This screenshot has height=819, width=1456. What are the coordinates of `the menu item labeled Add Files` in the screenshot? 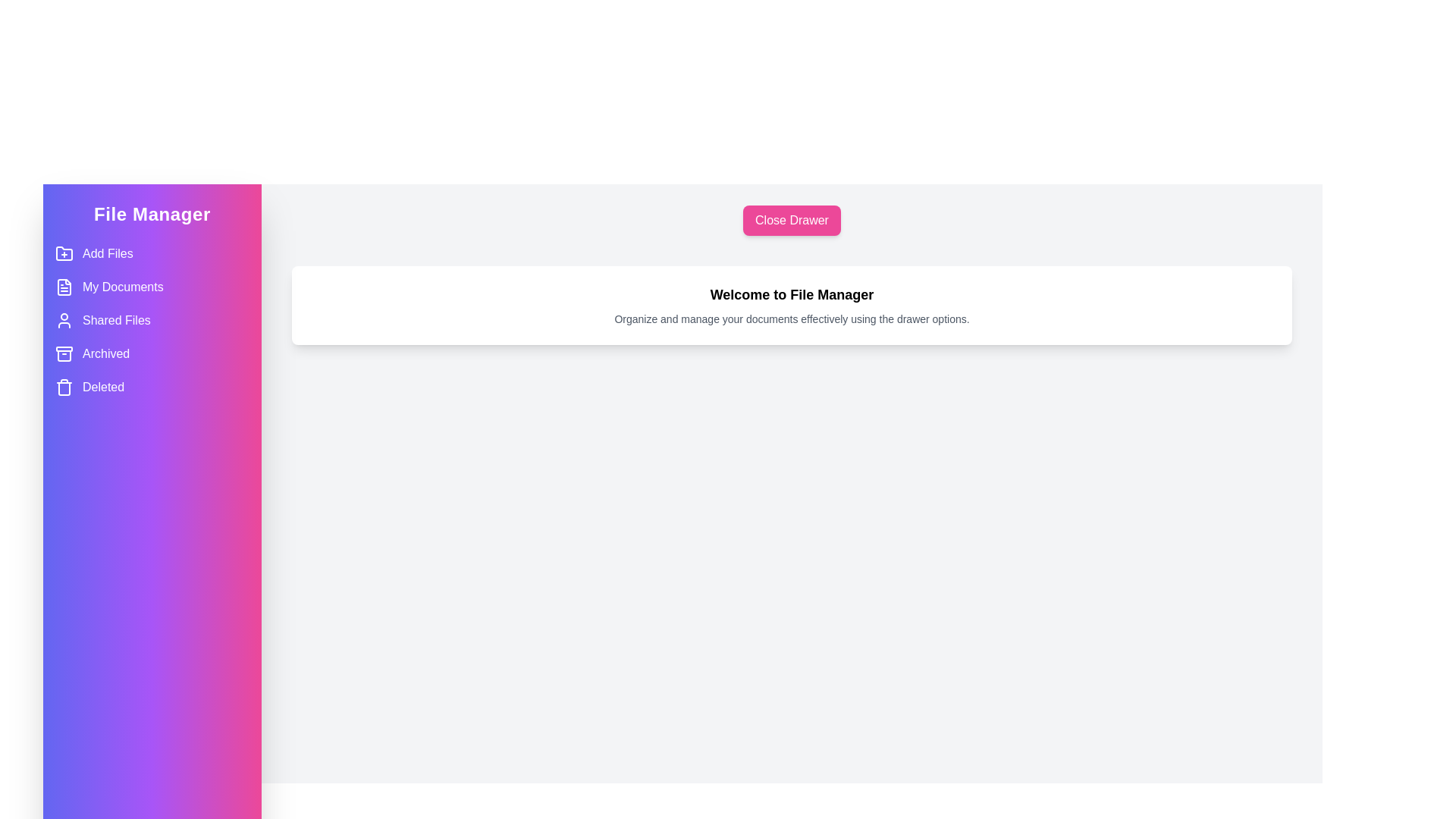 It's located at (152, 253).